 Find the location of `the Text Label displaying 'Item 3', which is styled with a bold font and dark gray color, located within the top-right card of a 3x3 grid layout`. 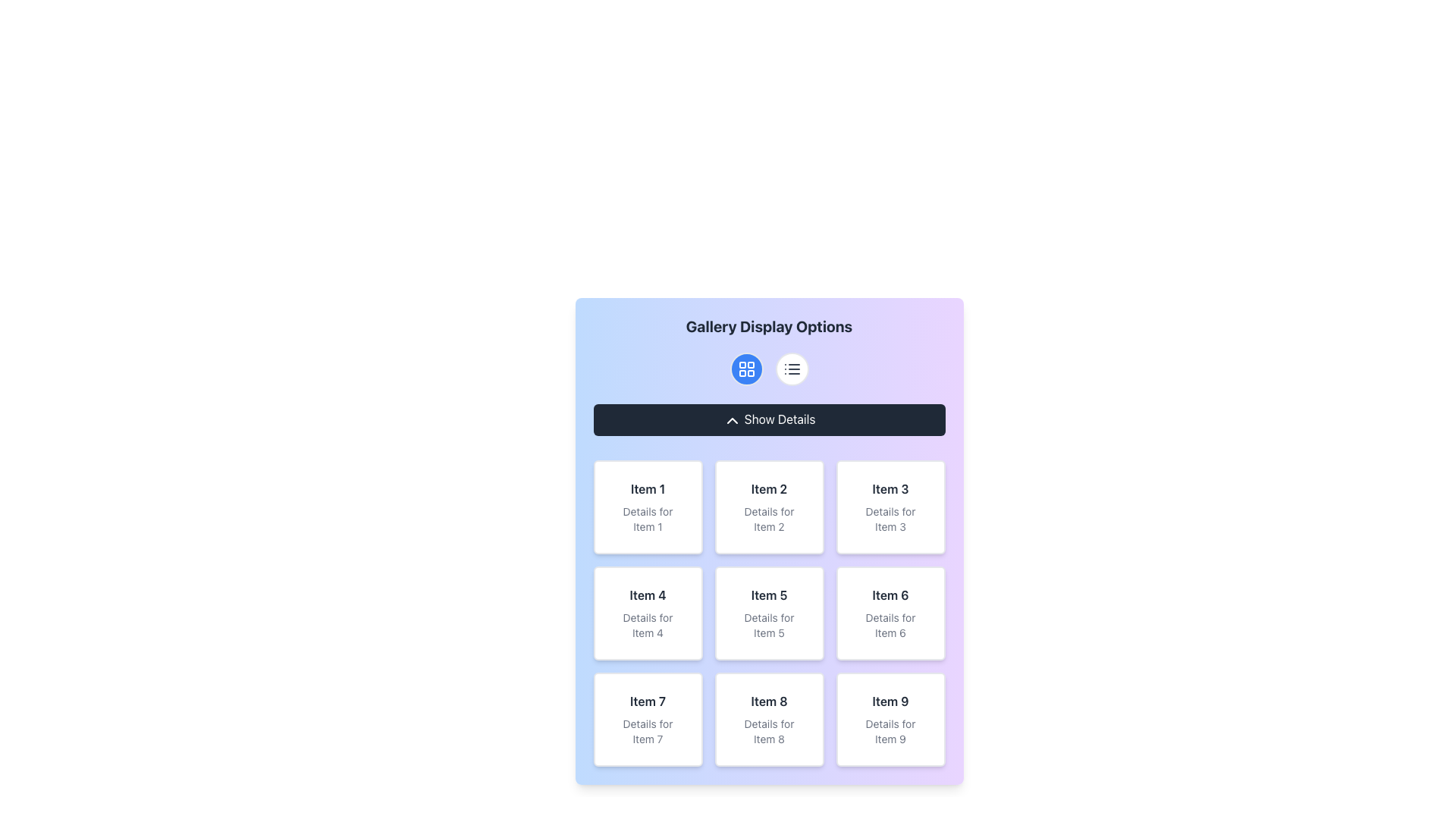

the Text Label displaying 'Item 3', which is styled with a bold font and dark gray color, located within the top-right card of a 3x3 grid layout is located at coordinates (890, 488).